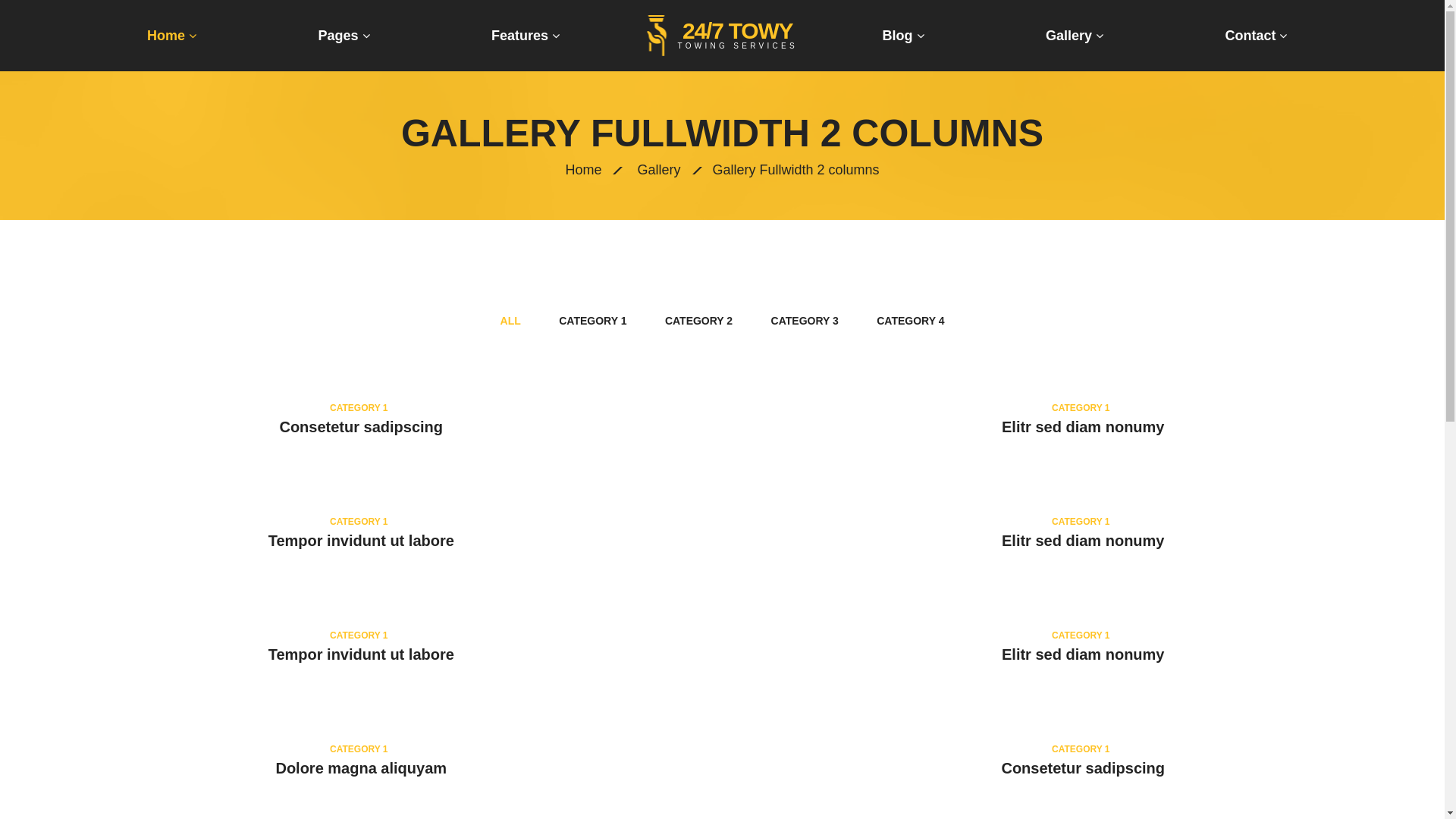  Describe the element at coordinates (658, 169) in the screenshot. I see `'Gallery'` at that location.